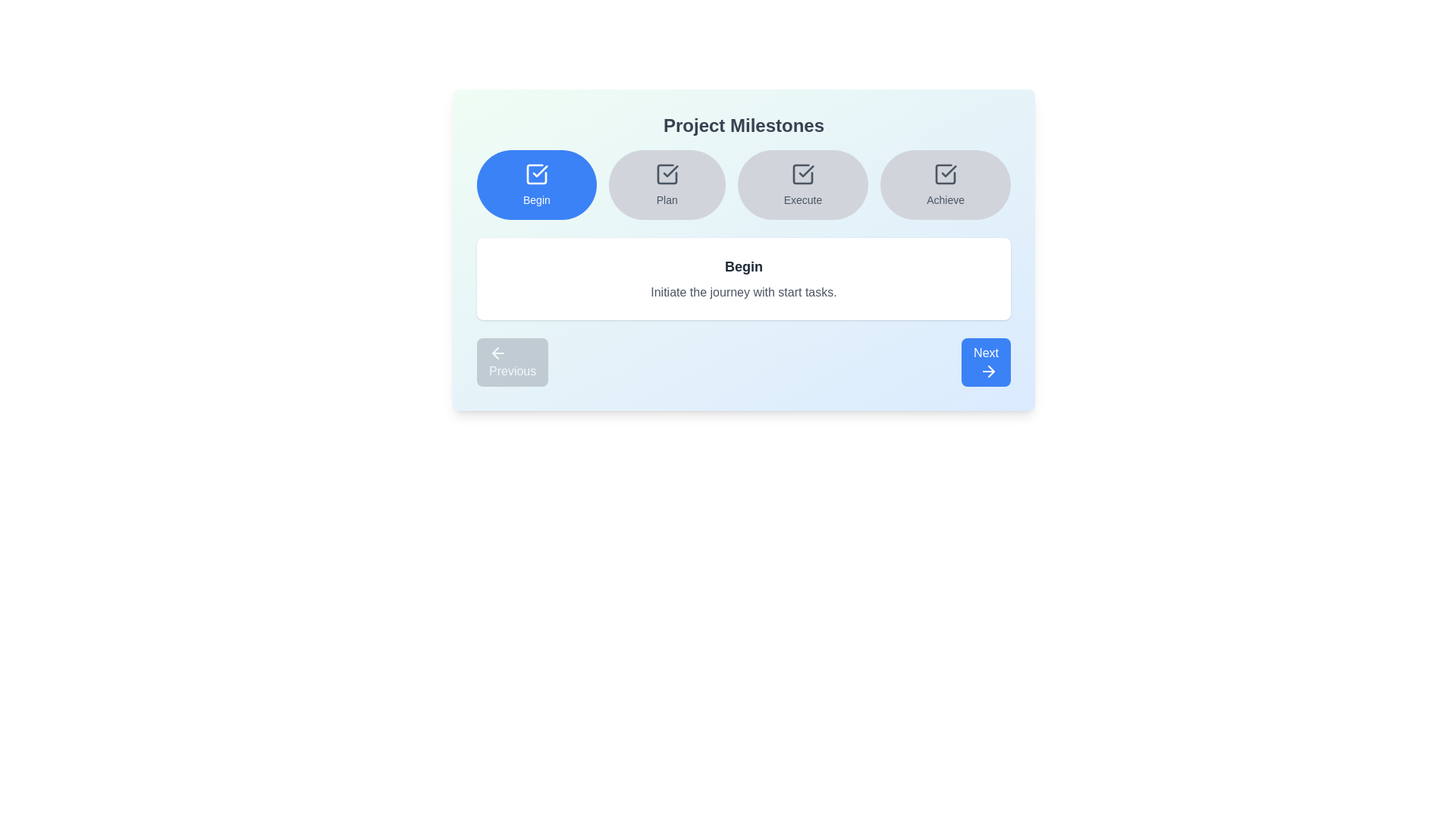 Image resolution: width=1456 pixels, height=819 pixels. Describe the element at coordinates (802, 199) in the screenshot. I see `the text label providing context for the 'Execute' milestone button, located directly below the checkbox icon inside the rounded rectangular button` at that location.